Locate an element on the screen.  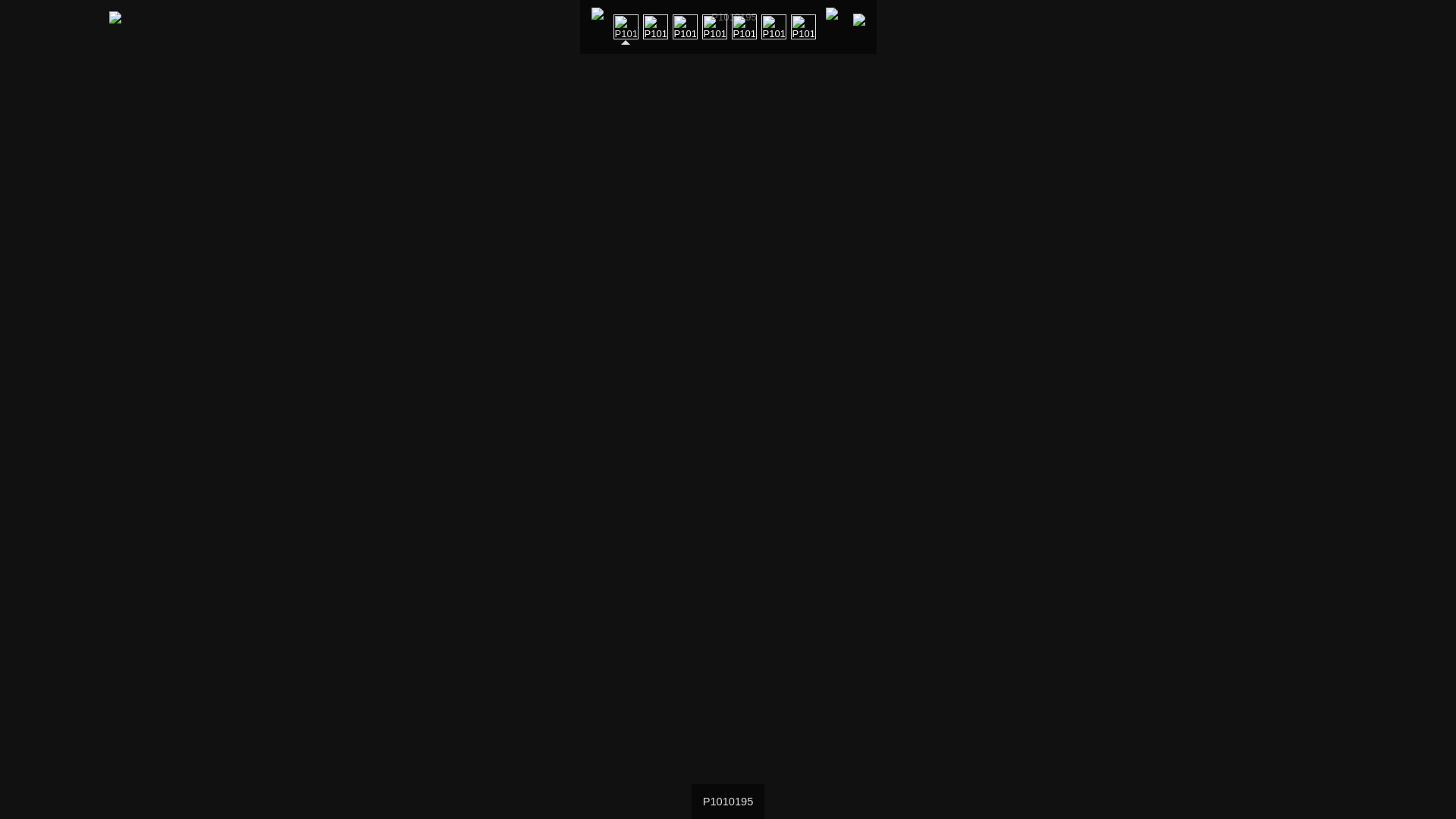
'P1010071' is located at coordinates (761, 27).